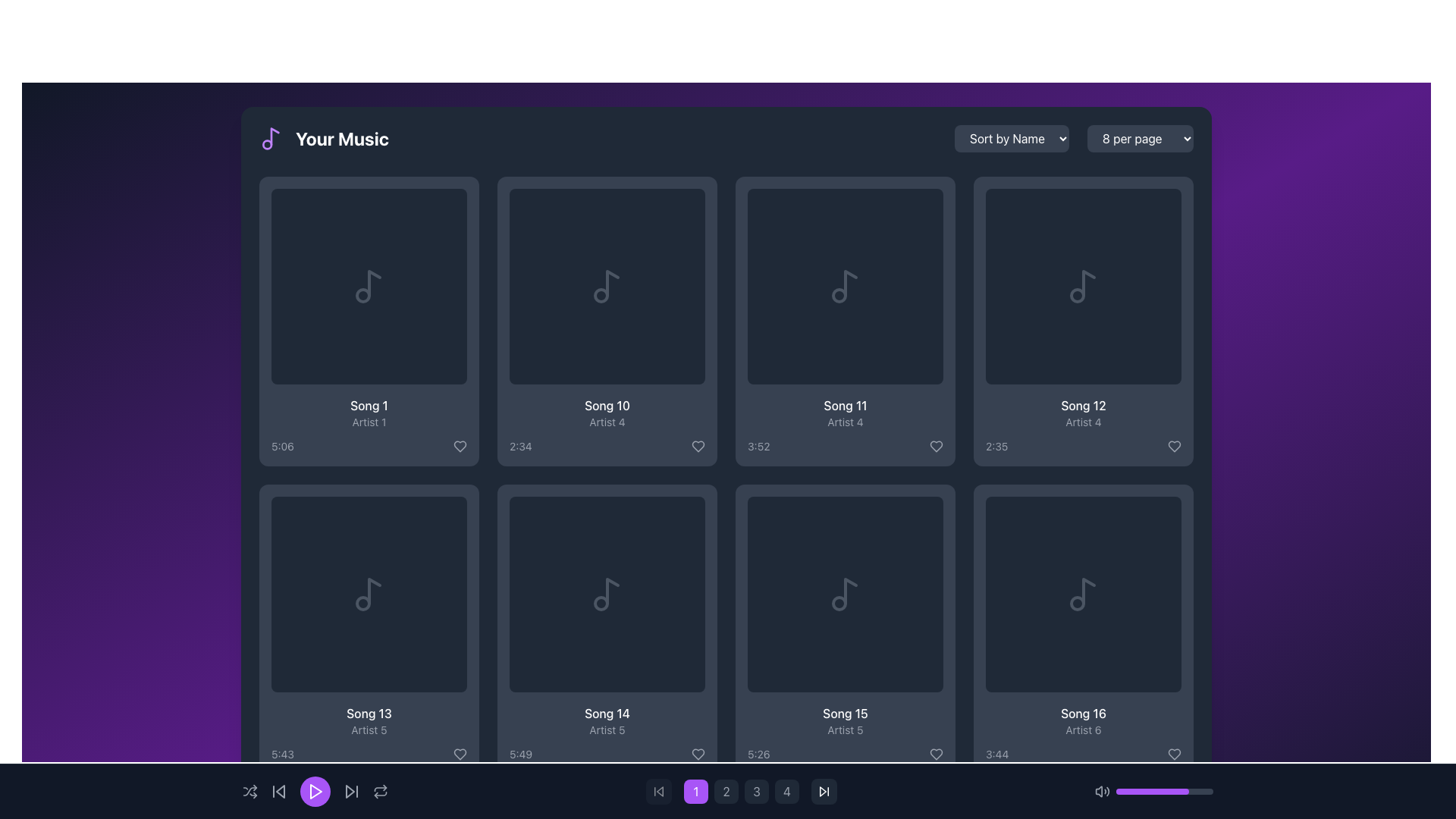 The image size is (1456, 819). Describe the element at coordinates (315, 791) in the screenshot. I see `the play button, which is a triangular 'play' icon located at the center of the playback control bar encased in a circular button` at that location.